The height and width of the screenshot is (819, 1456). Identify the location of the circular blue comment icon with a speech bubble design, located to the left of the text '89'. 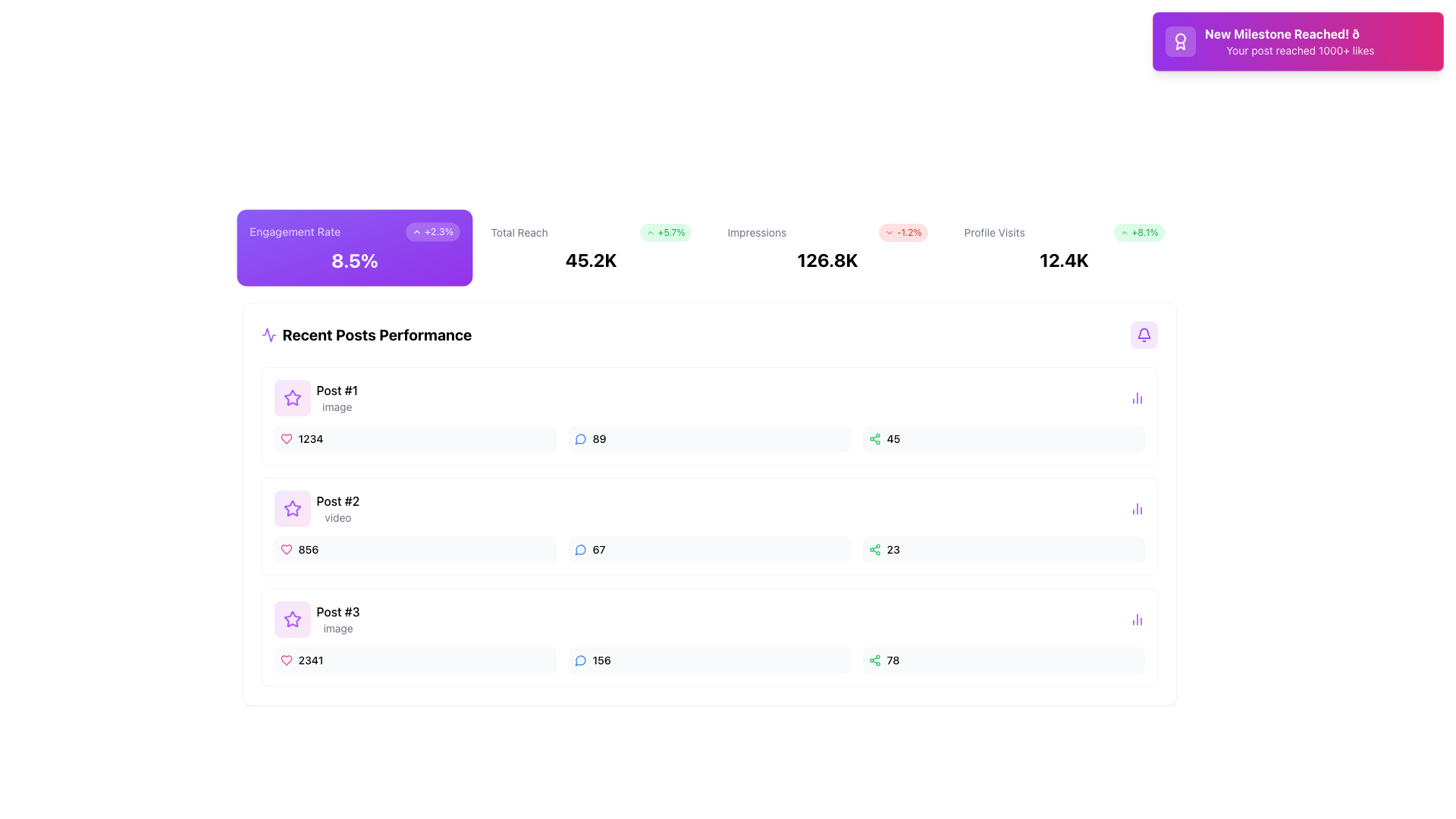
(579, 438).